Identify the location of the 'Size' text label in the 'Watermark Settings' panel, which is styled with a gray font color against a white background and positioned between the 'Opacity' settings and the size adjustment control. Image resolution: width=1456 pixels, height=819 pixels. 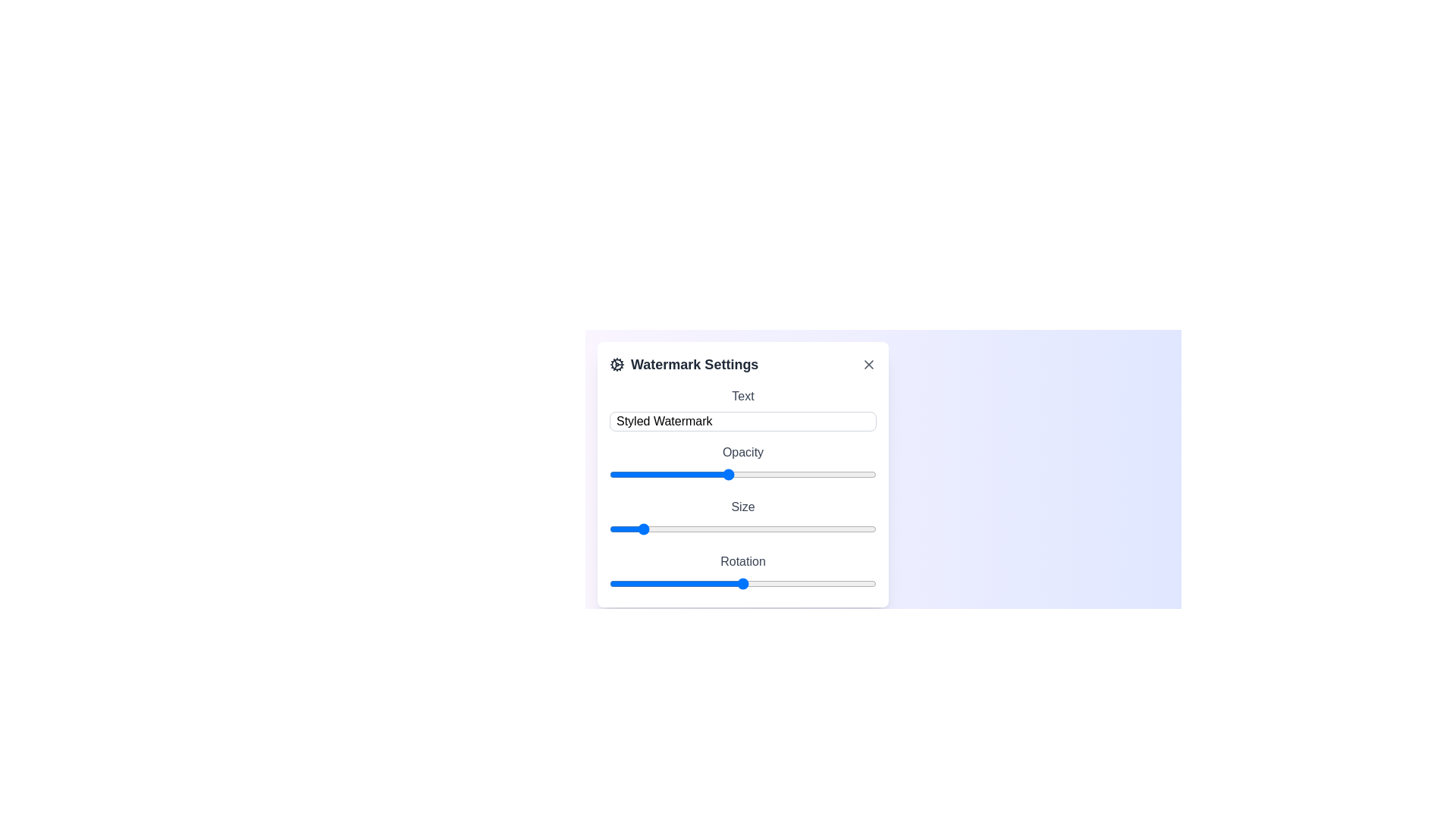
(742, 507).